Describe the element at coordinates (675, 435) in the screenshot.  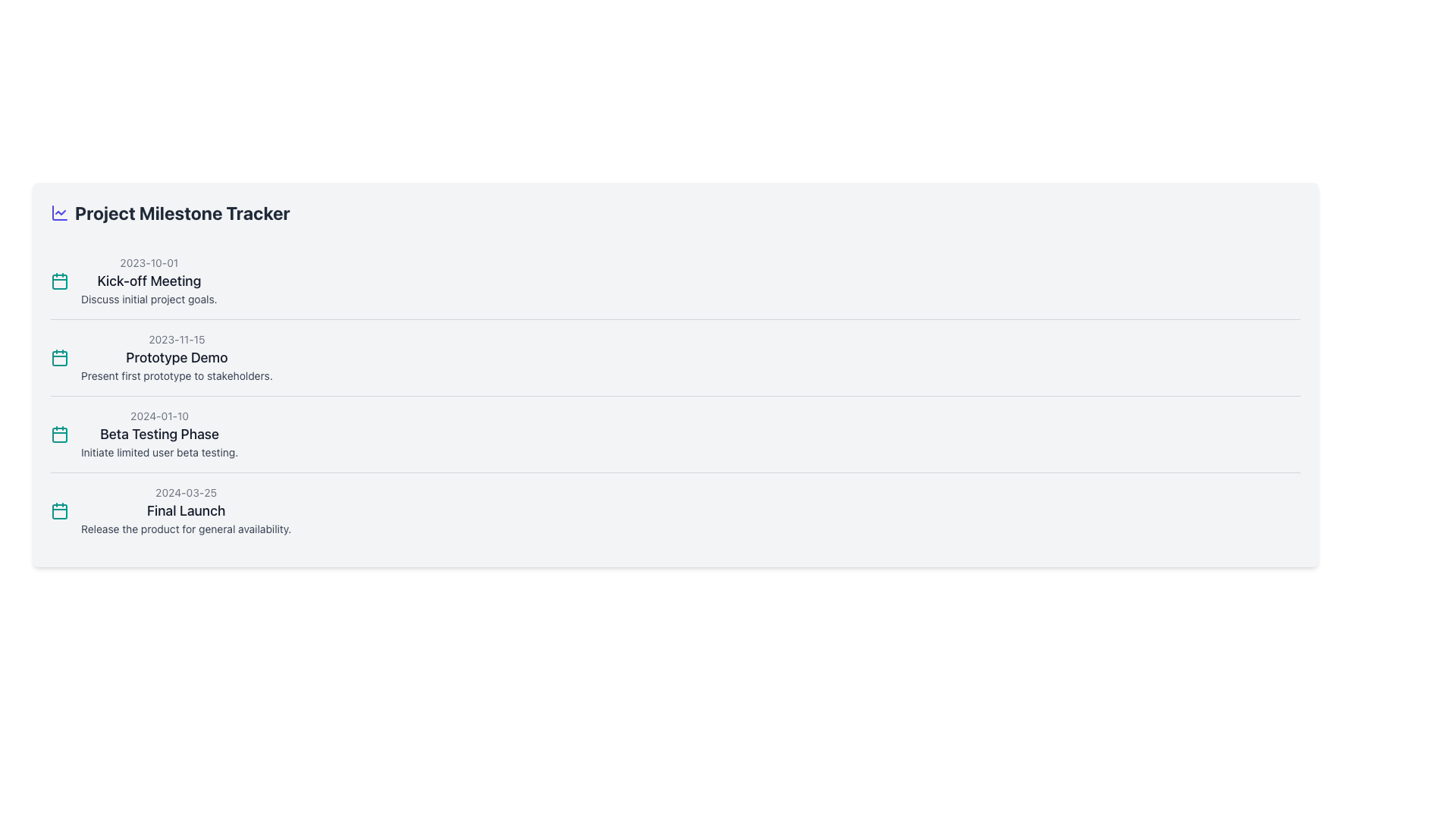
I see `the text in the third milestone summary row of the project milestone tracker, which provides the date, title, and description` at that location.